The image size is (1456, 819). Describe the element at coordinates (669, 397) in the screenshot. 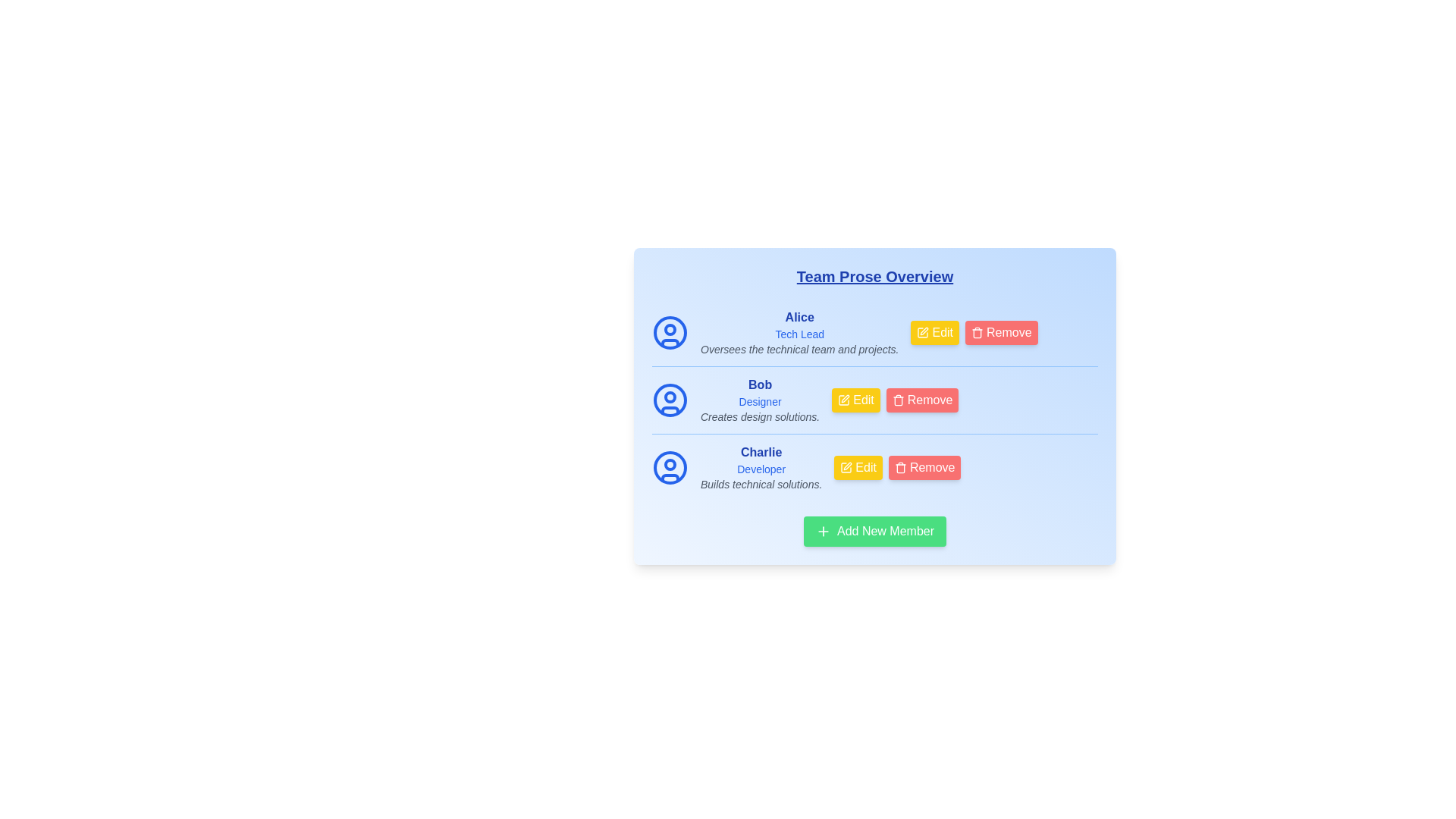

I see `the decorative graphical element within the user avatar icon, which is the second sibling element after the larger encompassing circle` at that location.